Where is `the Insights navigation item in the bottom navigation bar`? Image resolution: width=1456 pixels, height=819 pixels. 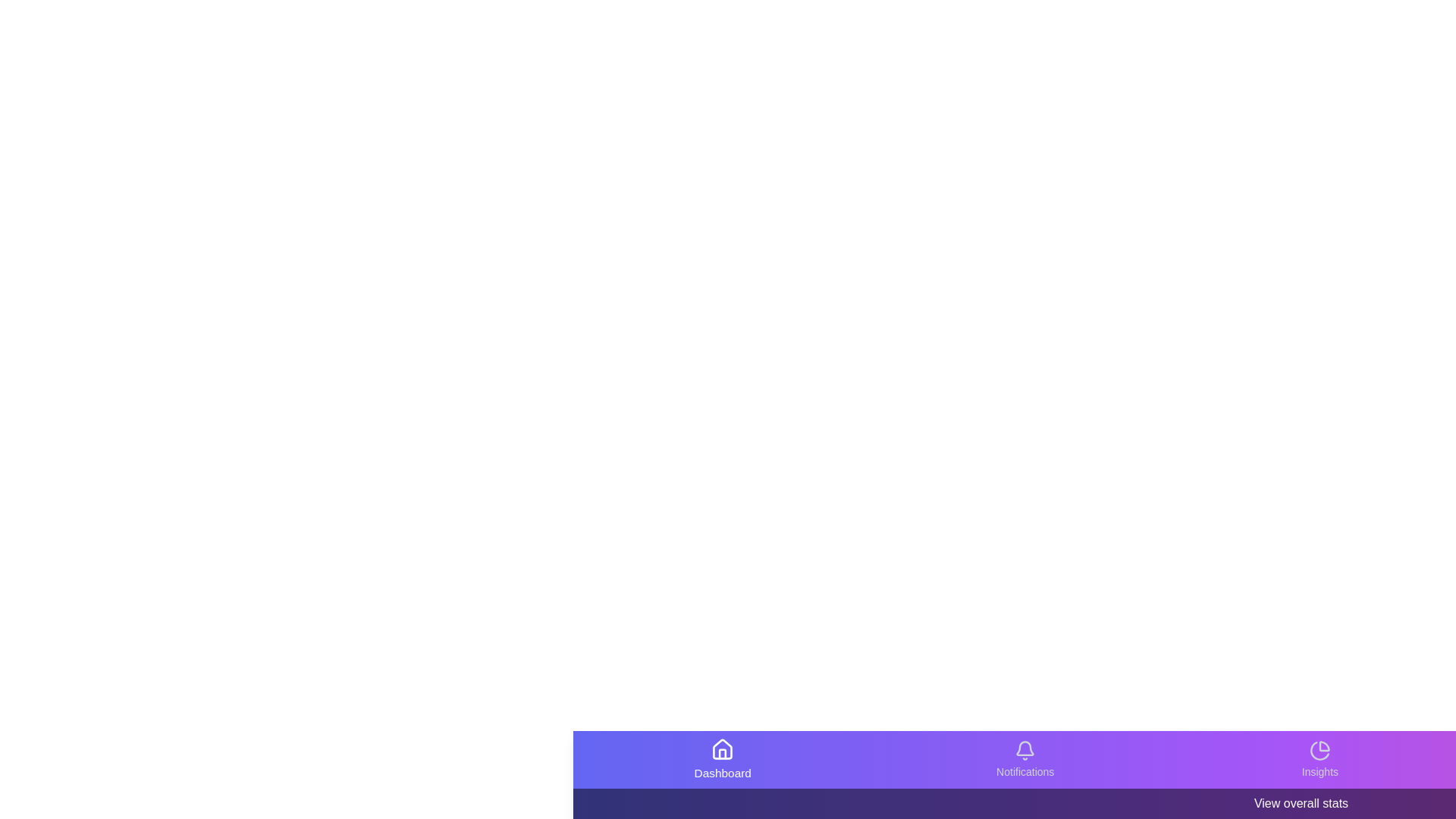 the Insights navigation item in the bottom navigation bar is located at coordinates (1319, 760).